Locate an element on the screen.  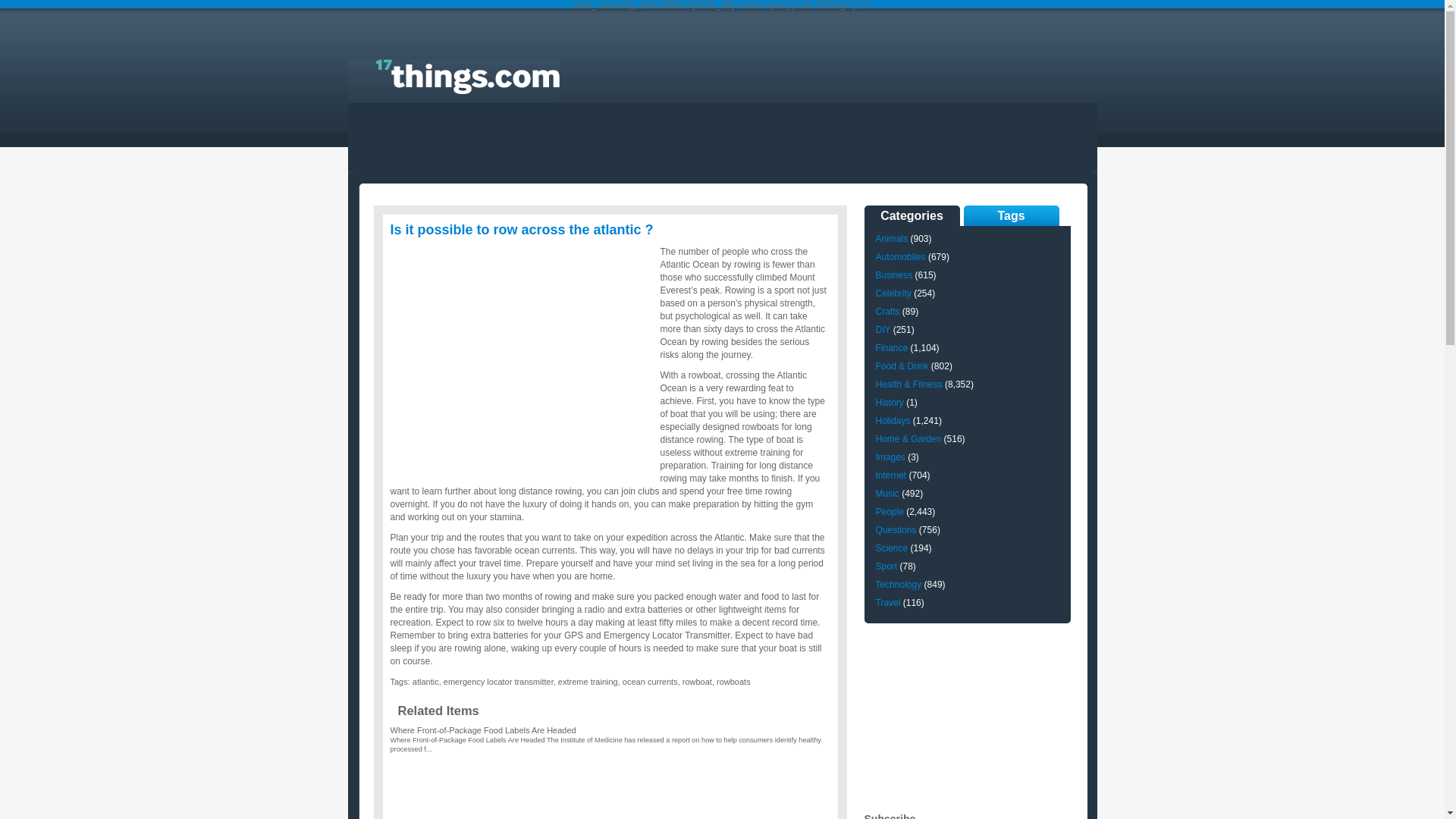
'Science' is located at coordinates (891, 548).